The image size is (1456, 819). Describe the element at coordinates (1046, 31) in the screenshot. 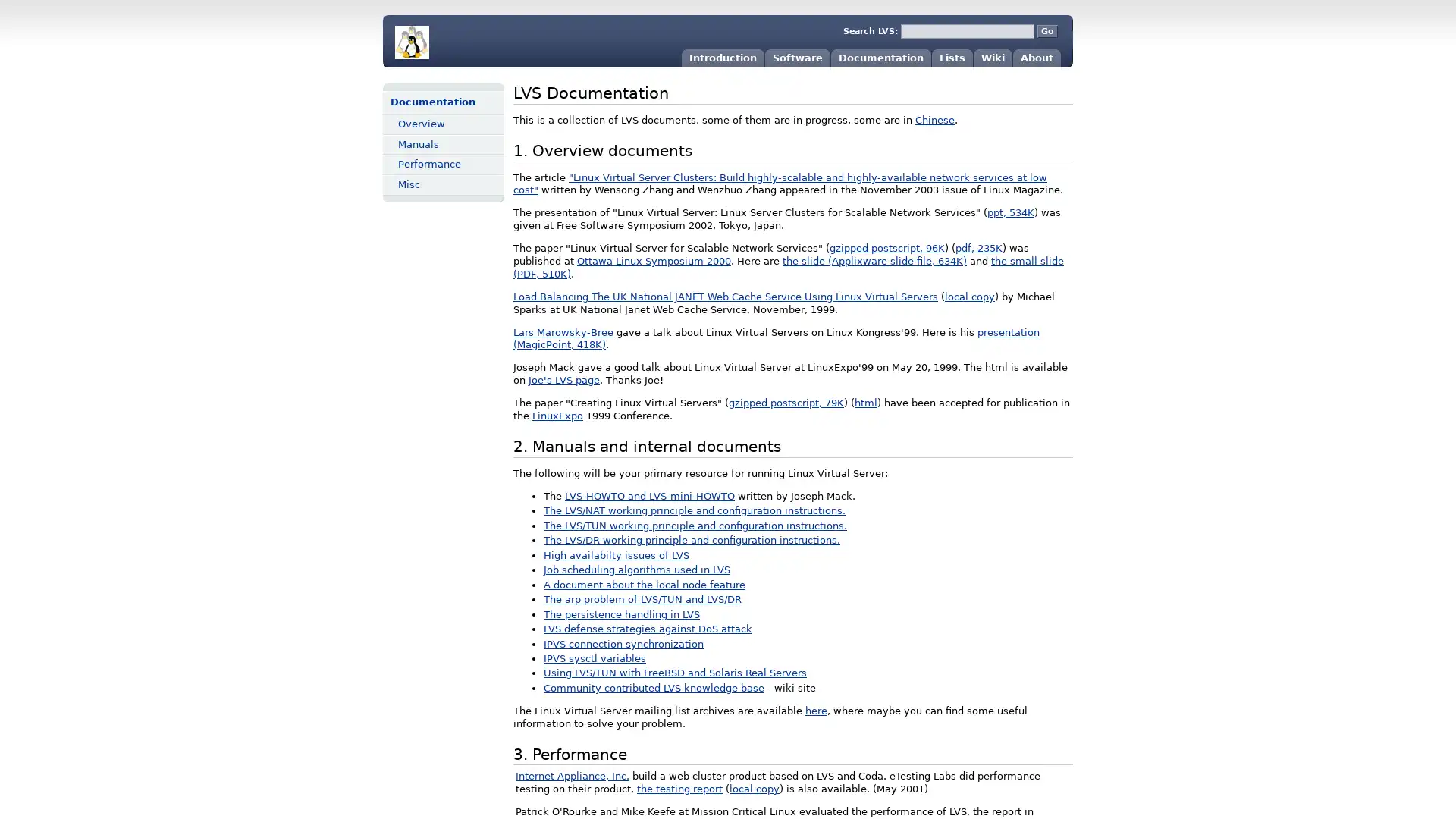

I see `Go` at that location.